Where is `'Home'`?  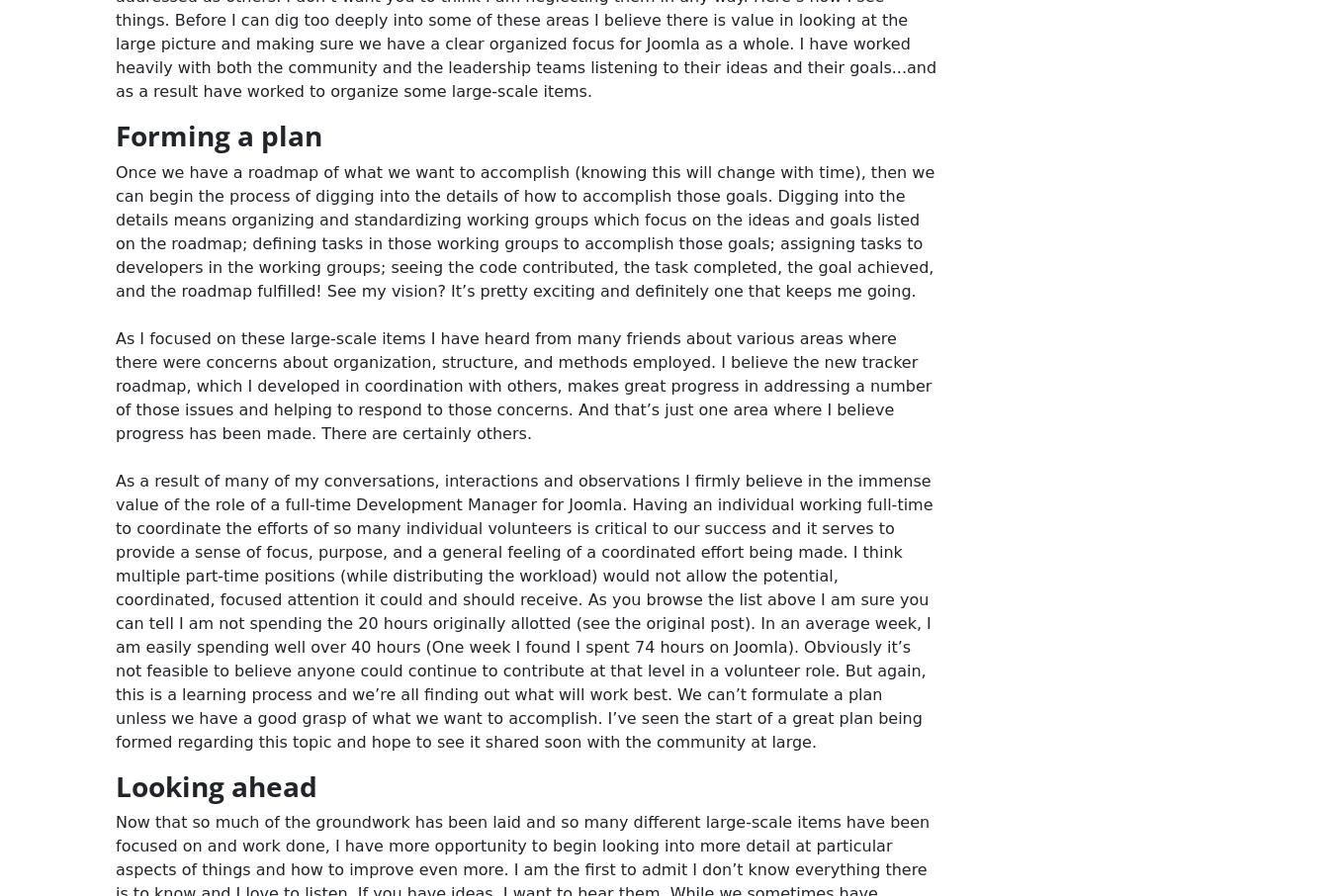 'Home' is located at coordinates (328, 53).